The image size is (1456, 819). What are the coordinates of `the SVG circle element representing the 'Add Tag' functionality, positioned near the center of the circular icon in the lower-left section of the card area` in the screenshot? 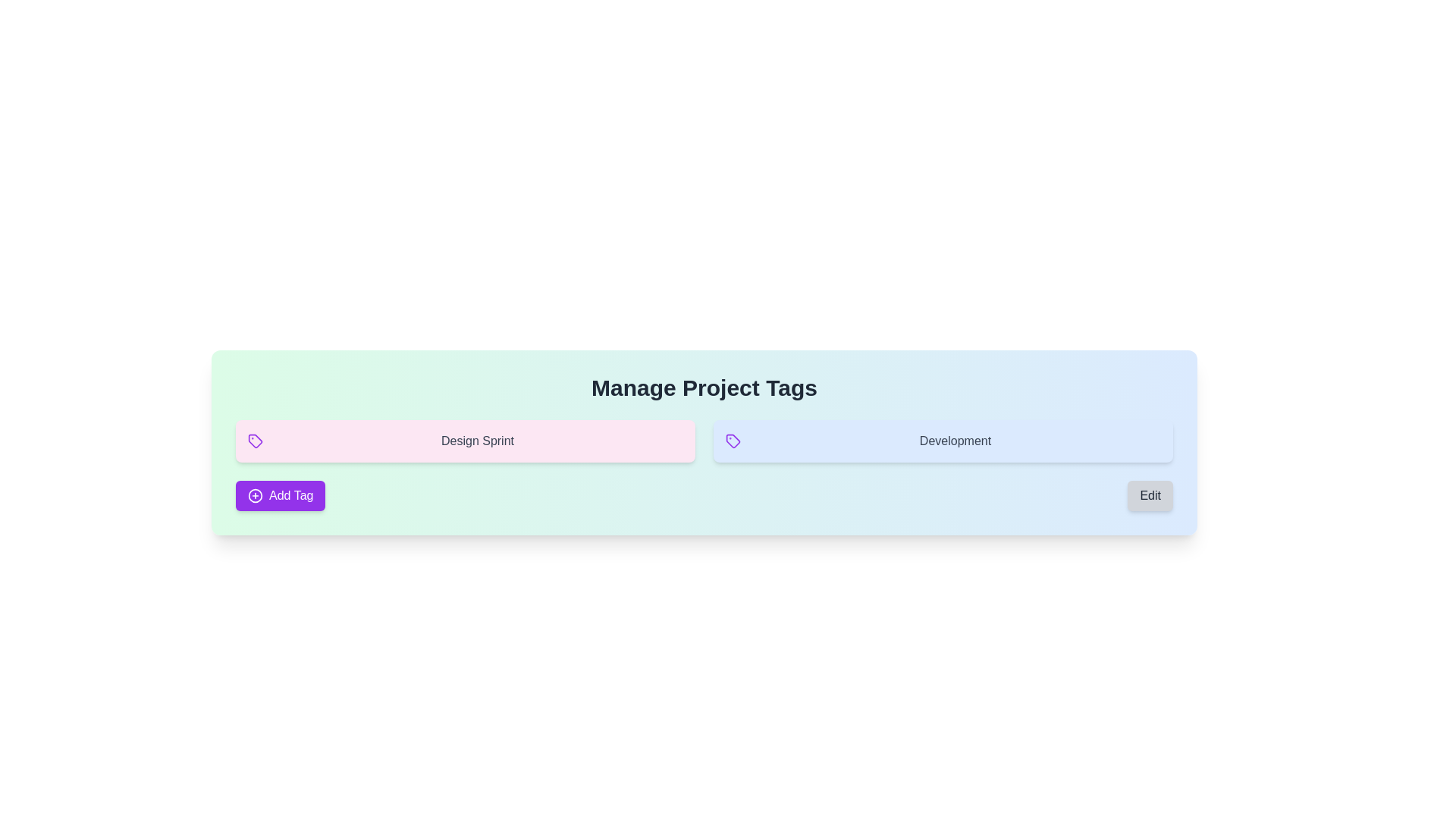 It's located at (255, 496).